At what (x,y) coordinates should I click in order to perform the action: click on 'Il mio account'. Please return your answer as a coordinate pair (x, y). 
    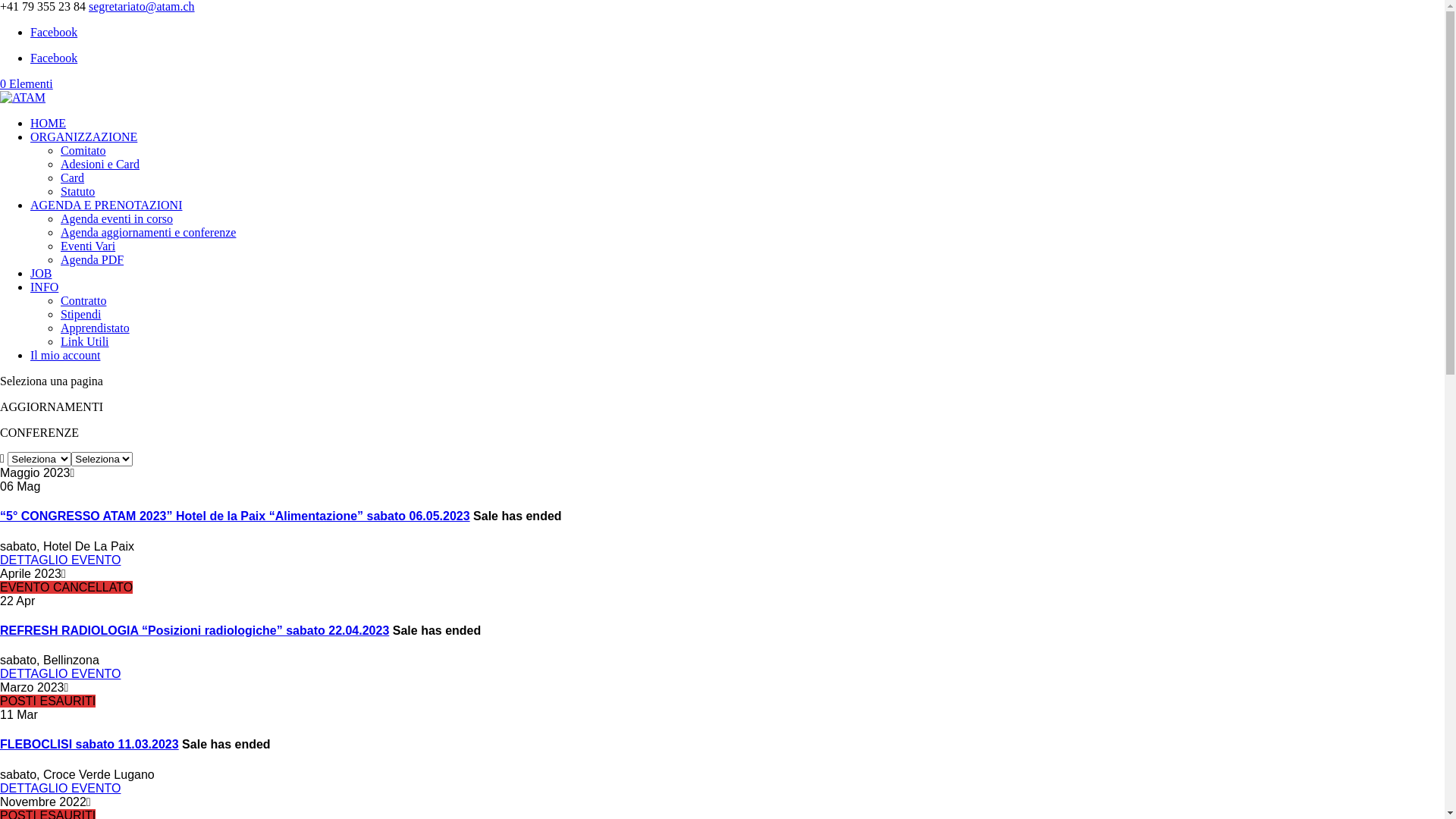
    Looking at the image, I should click on (64, 355).